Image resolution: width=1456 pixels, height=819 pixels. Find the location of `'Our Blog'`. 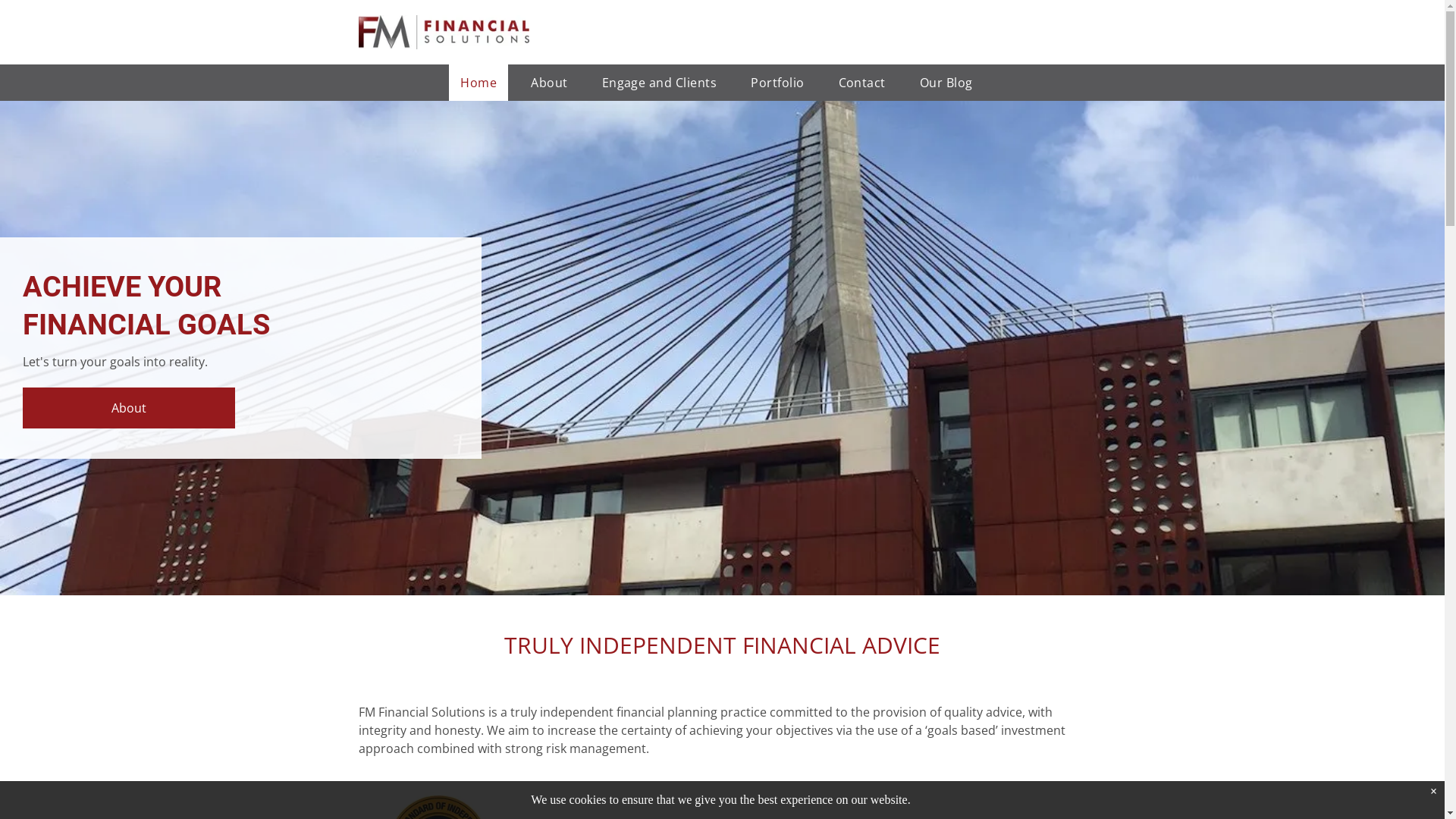

'Our Blog' is located at coordinates (946, 82).